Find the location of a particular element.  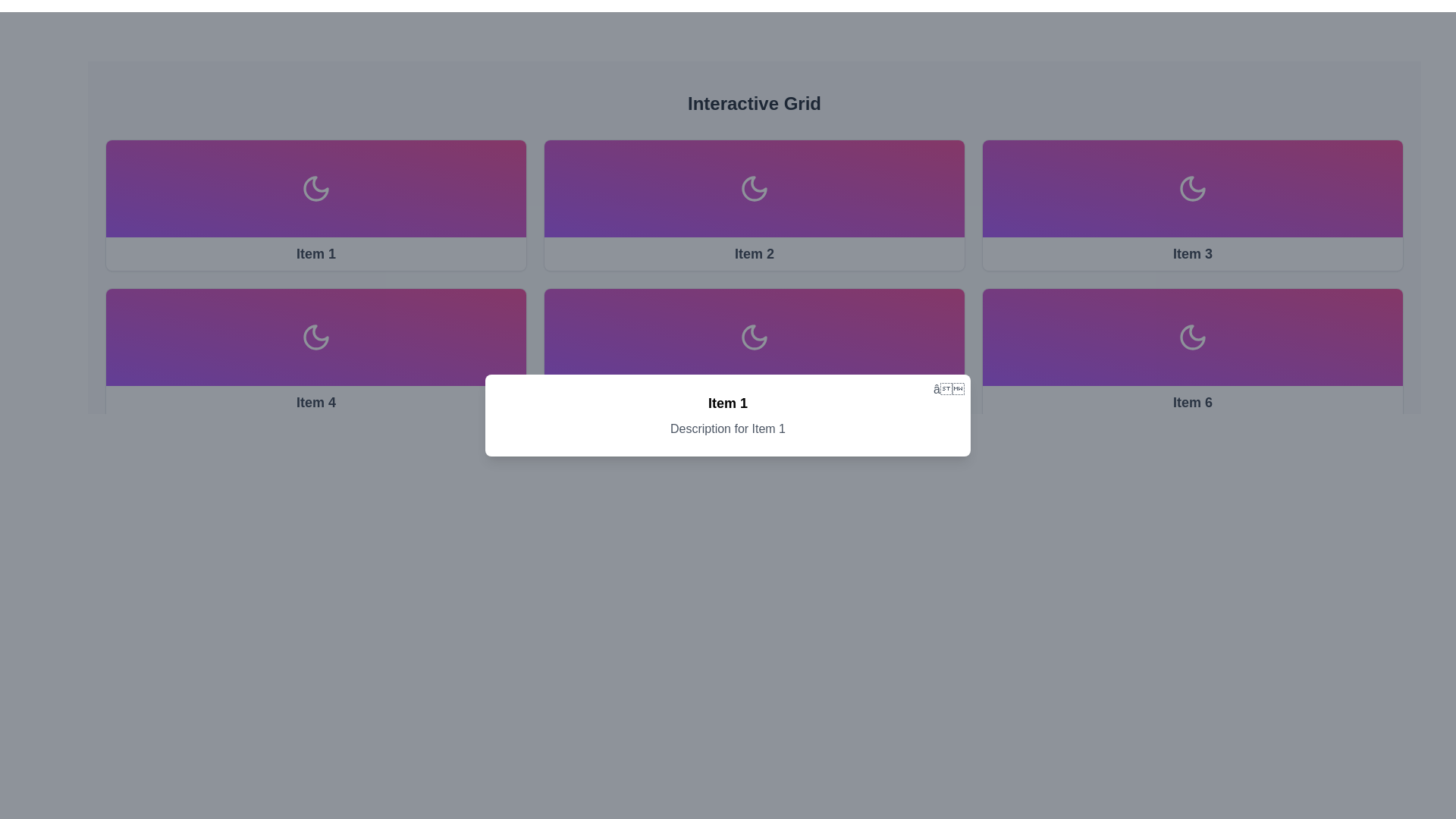

the crescent moon icon representing night mode, located in the lower-left card of the interactive grid layout, specifically the fourth item labeled 'Item 4' is located at coordinates (315, 336).